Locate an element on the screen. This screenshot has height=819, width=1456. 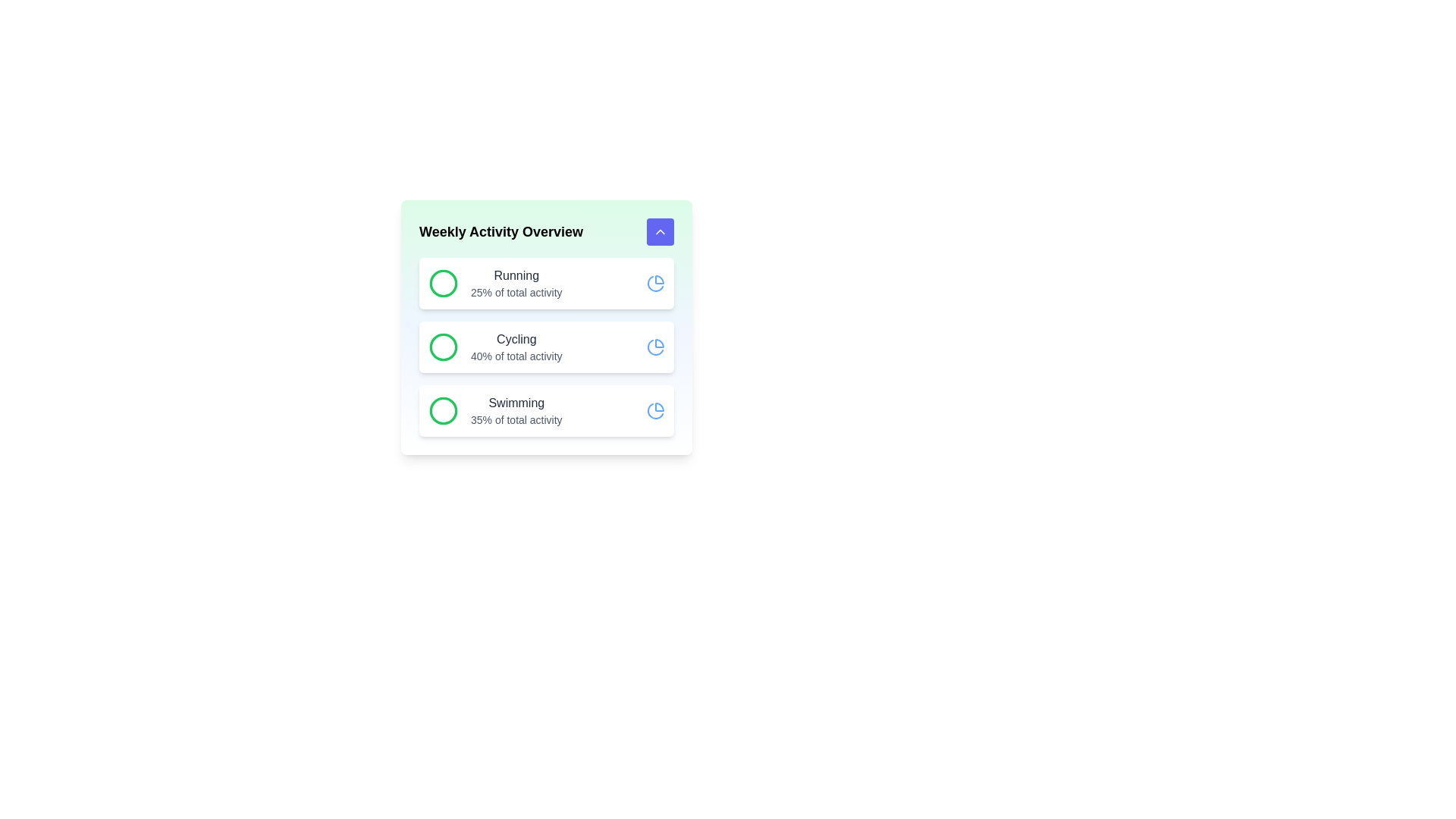
the informational card titled 'Swimming' that displays a green circle icon on the left, bold dark text 'Swimming' in the middle, and a blue pie chart icon on the right is located at coordinates (546, 411).